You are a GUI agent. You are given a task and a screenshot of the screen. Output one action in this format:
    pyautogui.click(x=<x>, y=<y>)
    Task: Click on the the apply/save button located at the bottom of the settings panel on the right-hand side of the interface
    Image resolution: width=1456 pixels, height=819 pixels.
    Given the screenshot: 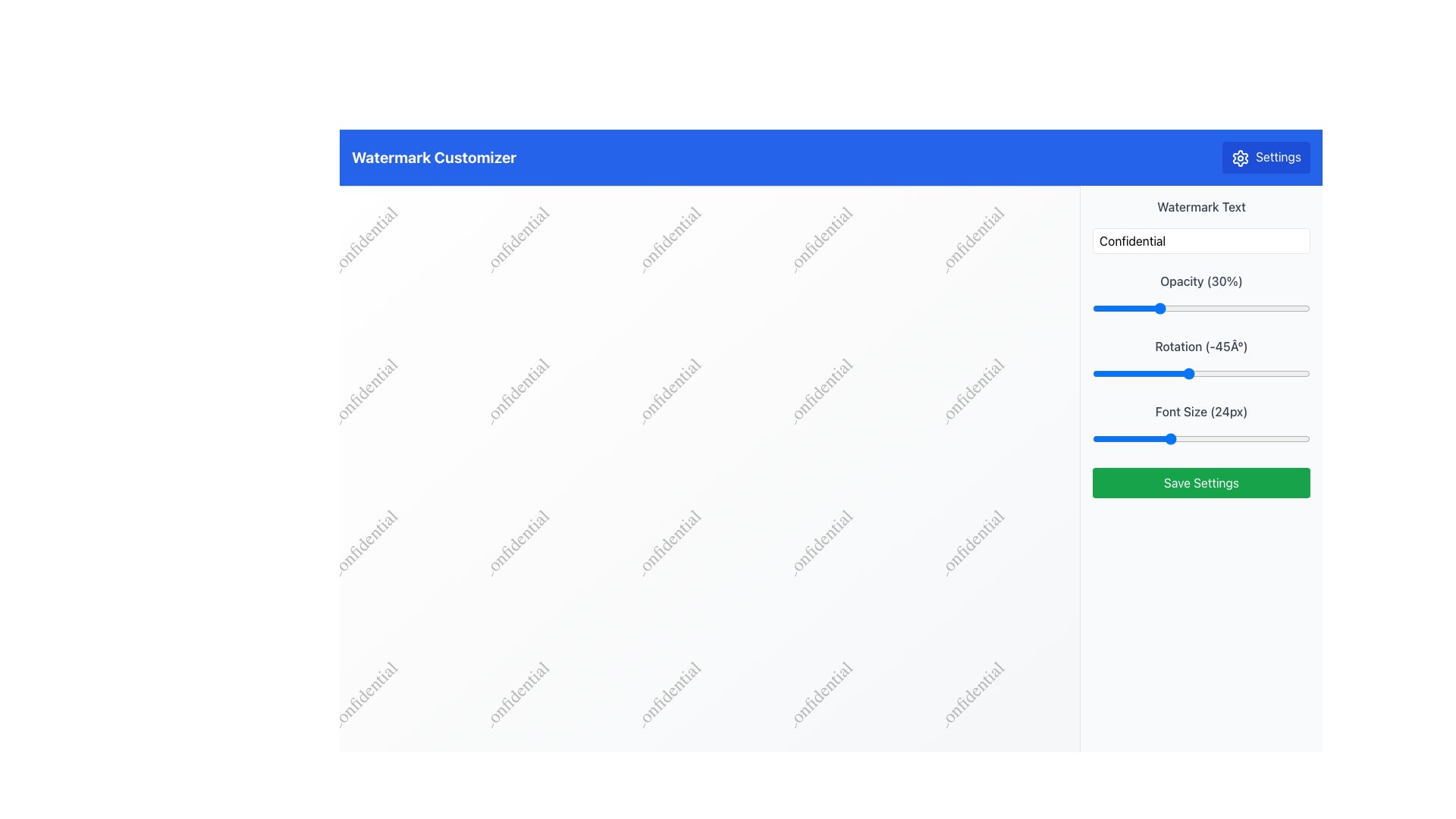 What is the action you would take?
    pyautogui.click(x=1200, y=482)
    